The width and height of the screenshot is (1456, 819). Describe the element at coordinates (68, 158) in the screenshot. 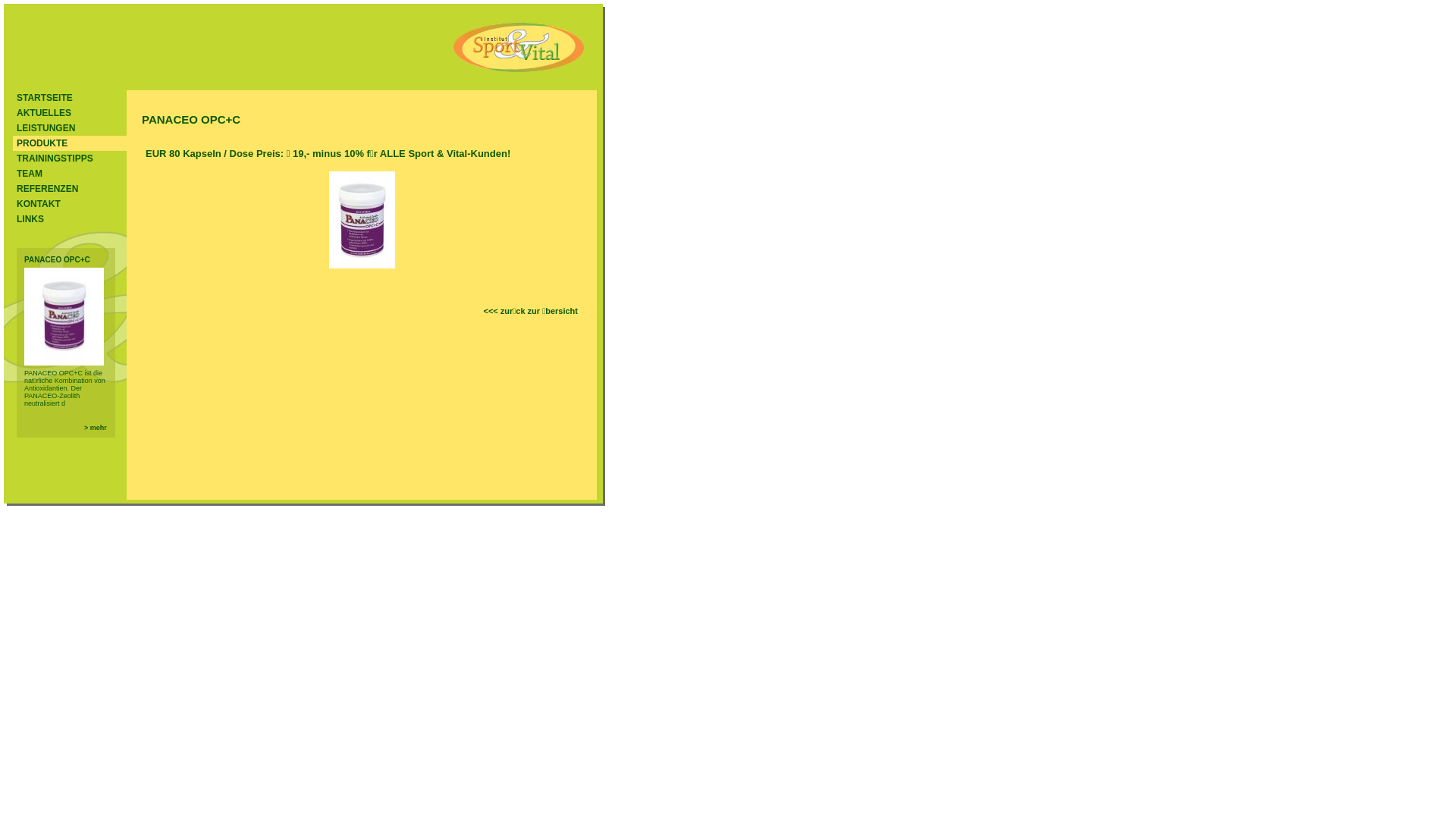

I see `'TRAININGSTIPPS'` at that location.